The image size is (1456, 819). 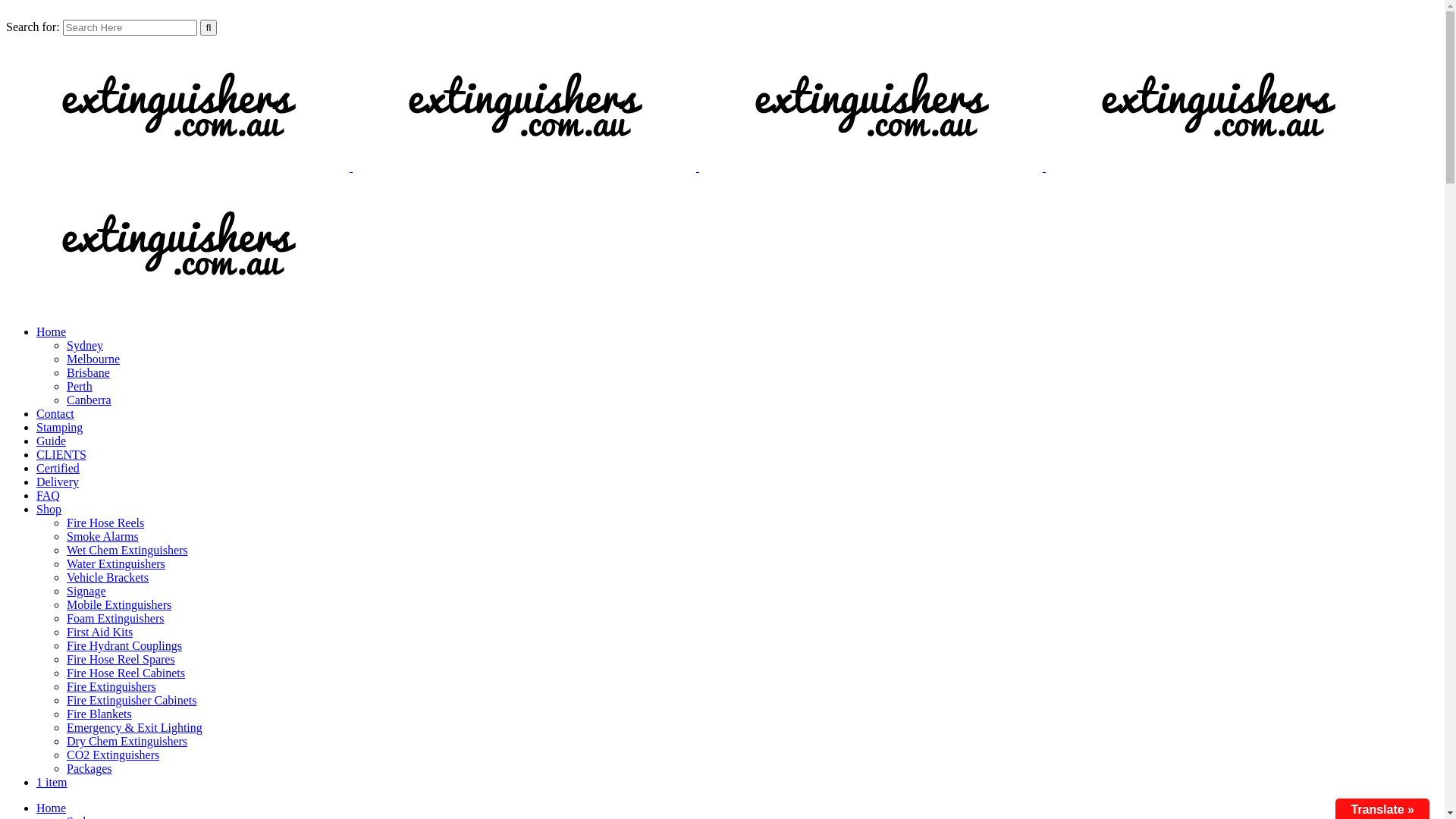 I want to click on 'Fire Hose Reel Spares', so click(x=120, y=658).